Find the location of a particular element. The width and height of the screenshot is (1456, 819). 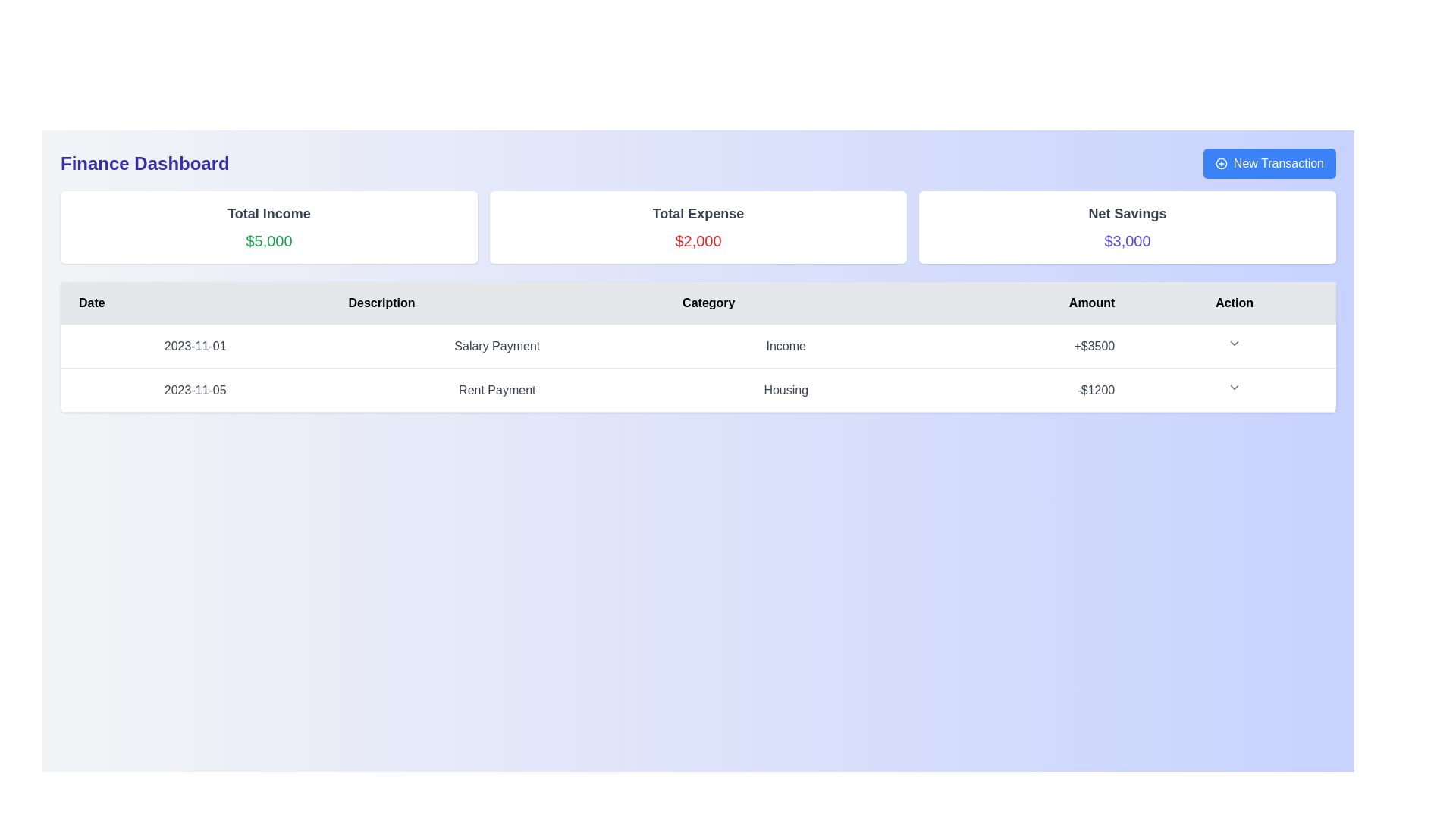

the second row in the transaction details table, which contains the date '2023-11-05', description 'Rent Payment', category 'Housing', and amount '-$1200' is located at coordinates (698, 388).